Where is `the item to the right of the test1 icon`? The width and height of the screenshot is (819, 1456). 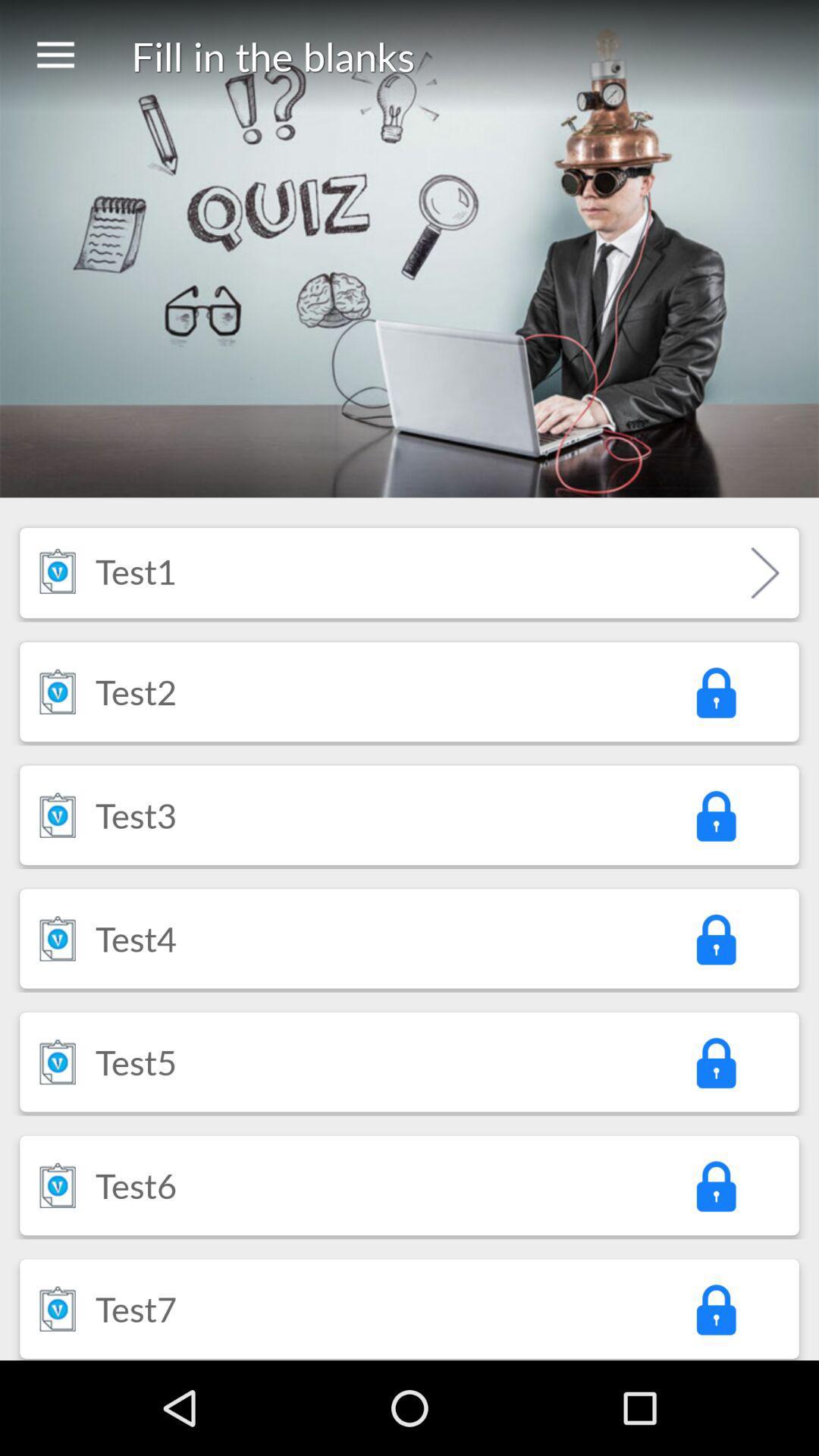
the item to the right of the test1 icon is located at coordinates (765, 572).